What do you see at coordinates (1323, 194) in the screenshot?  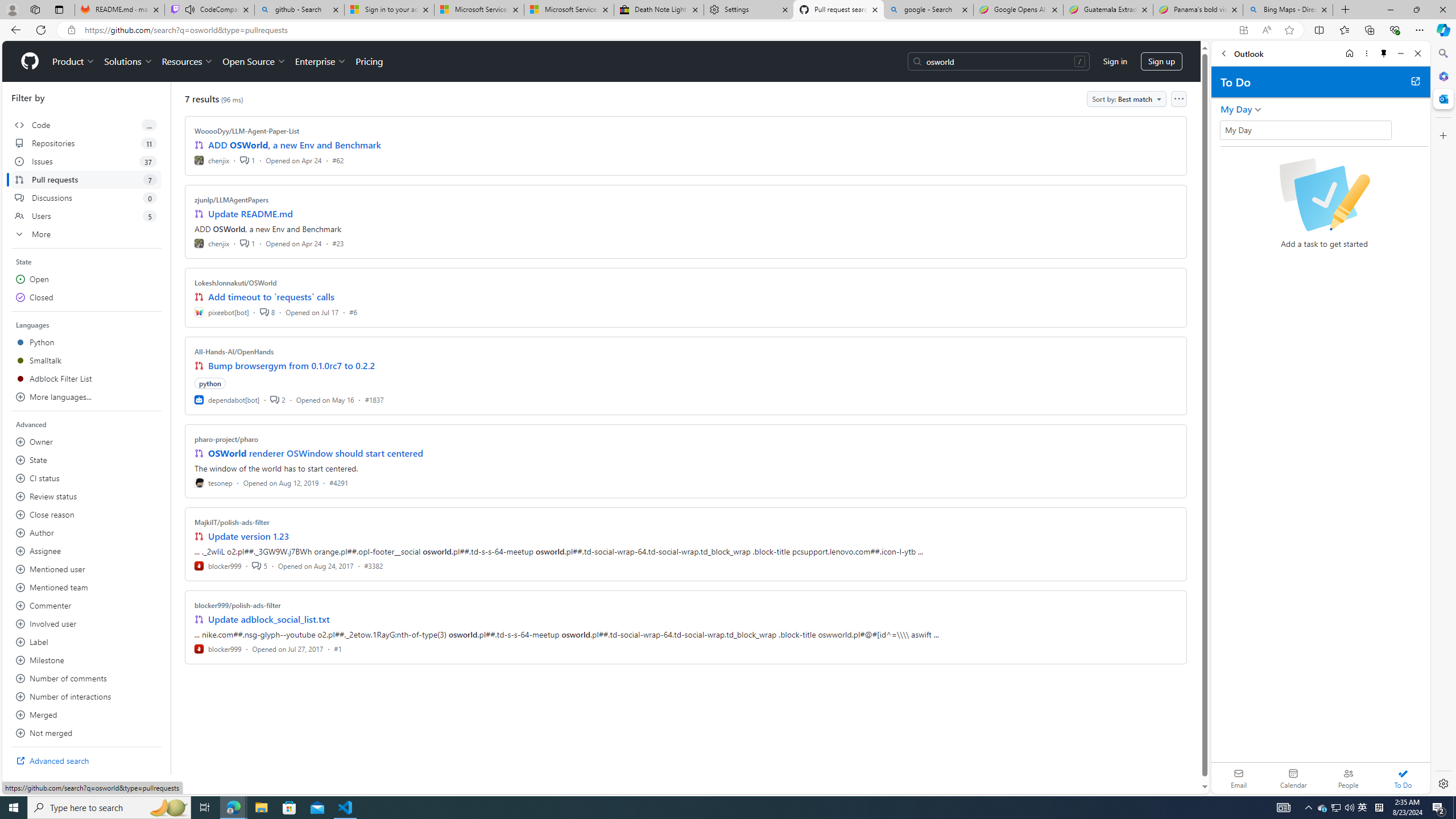 I see `'Checkbox with a pencil'` at bounding box center [1323, 194].